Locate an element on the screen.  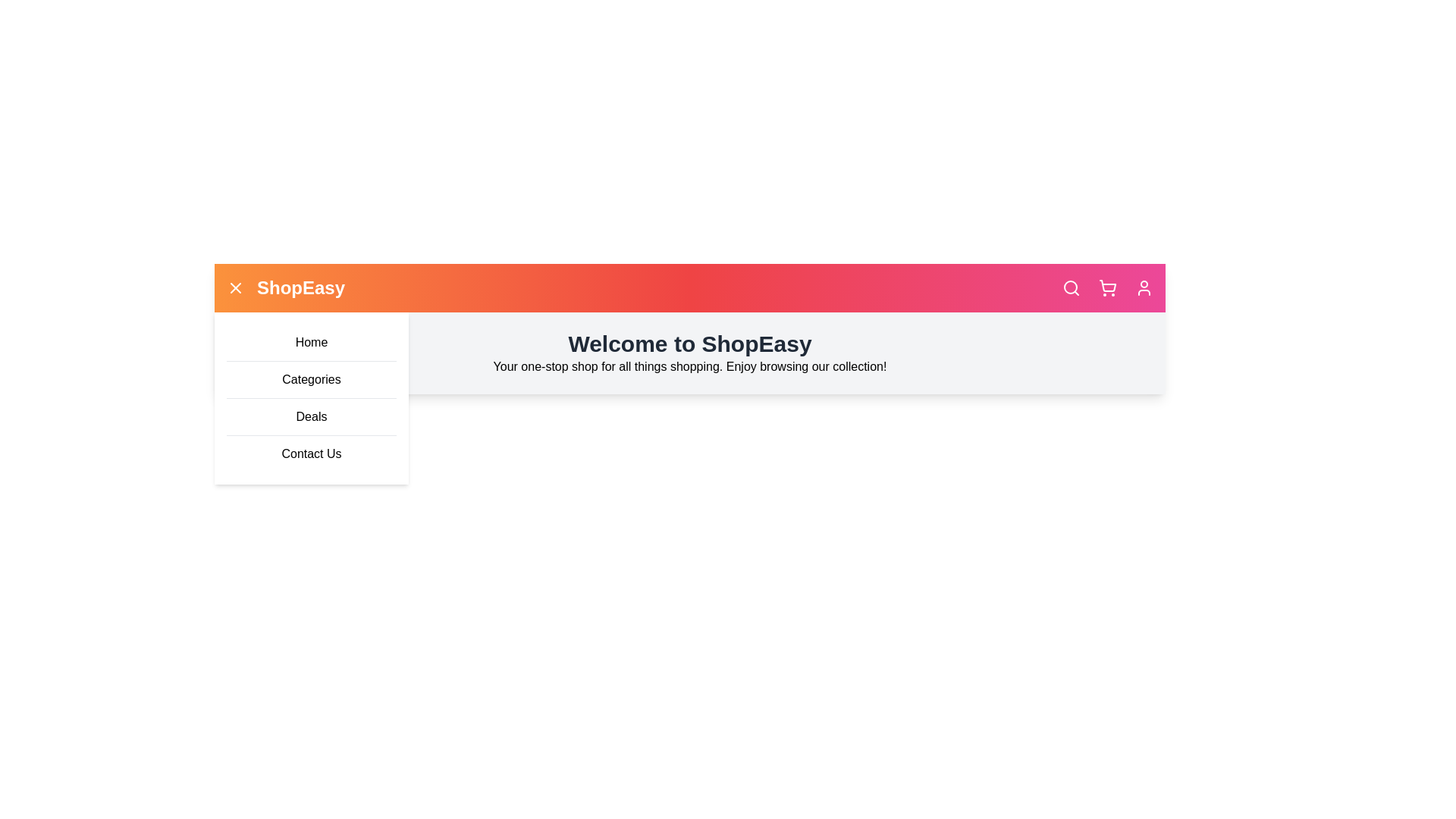
the 'Home' text link, which is styled with black text against a white background, located in the left panel under 'ShopEasy' is located at coordinates (311, 342).